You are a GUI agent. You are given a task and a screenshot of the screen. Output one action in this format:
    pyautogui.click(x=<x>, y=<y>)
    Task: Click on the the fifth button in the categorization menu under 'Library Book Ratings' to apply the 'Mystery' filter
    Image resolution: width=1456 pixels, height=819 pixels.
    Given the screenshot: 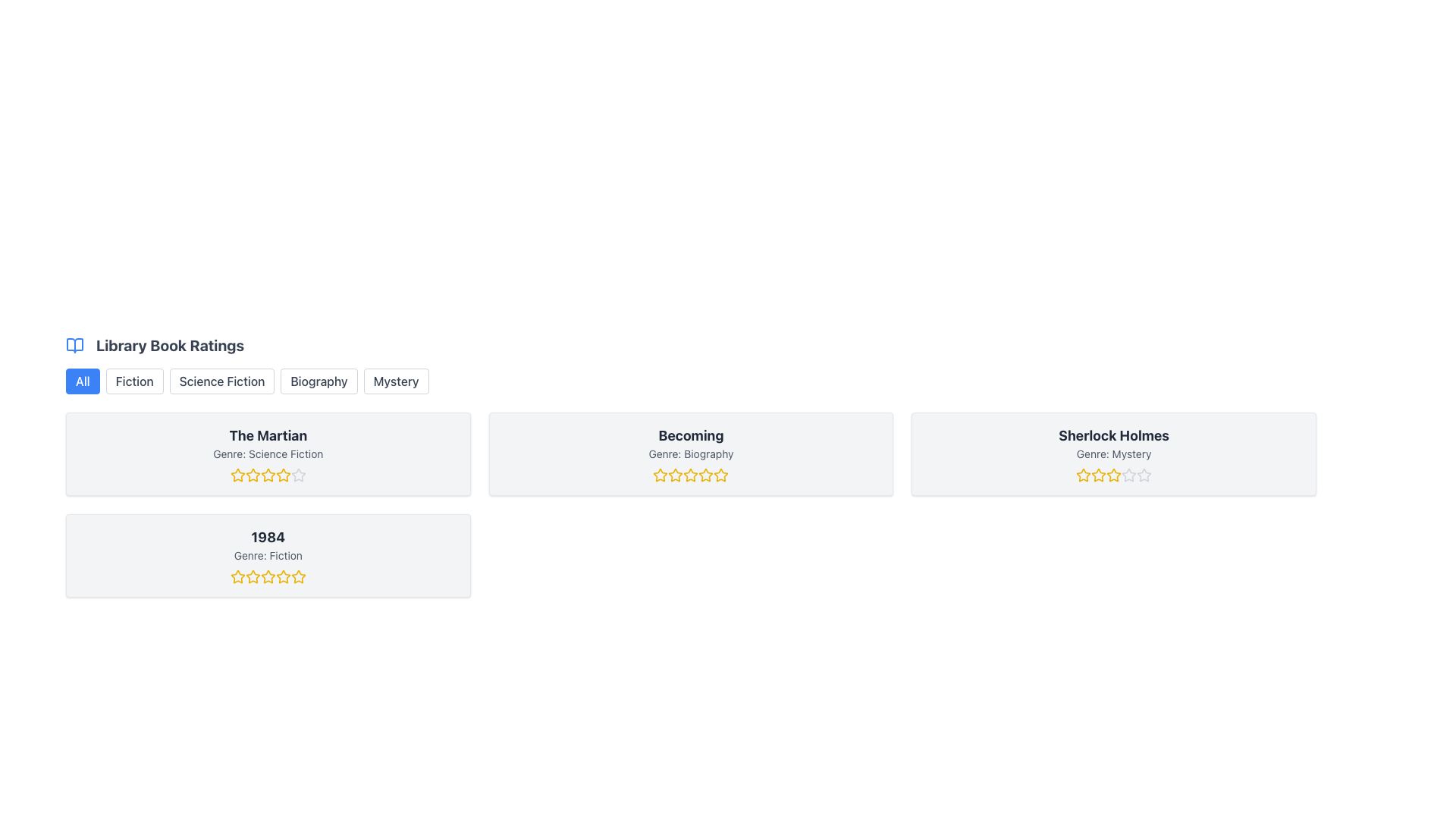 What is the action you would take?
    pyautogui.click(x=396, y=380)
    